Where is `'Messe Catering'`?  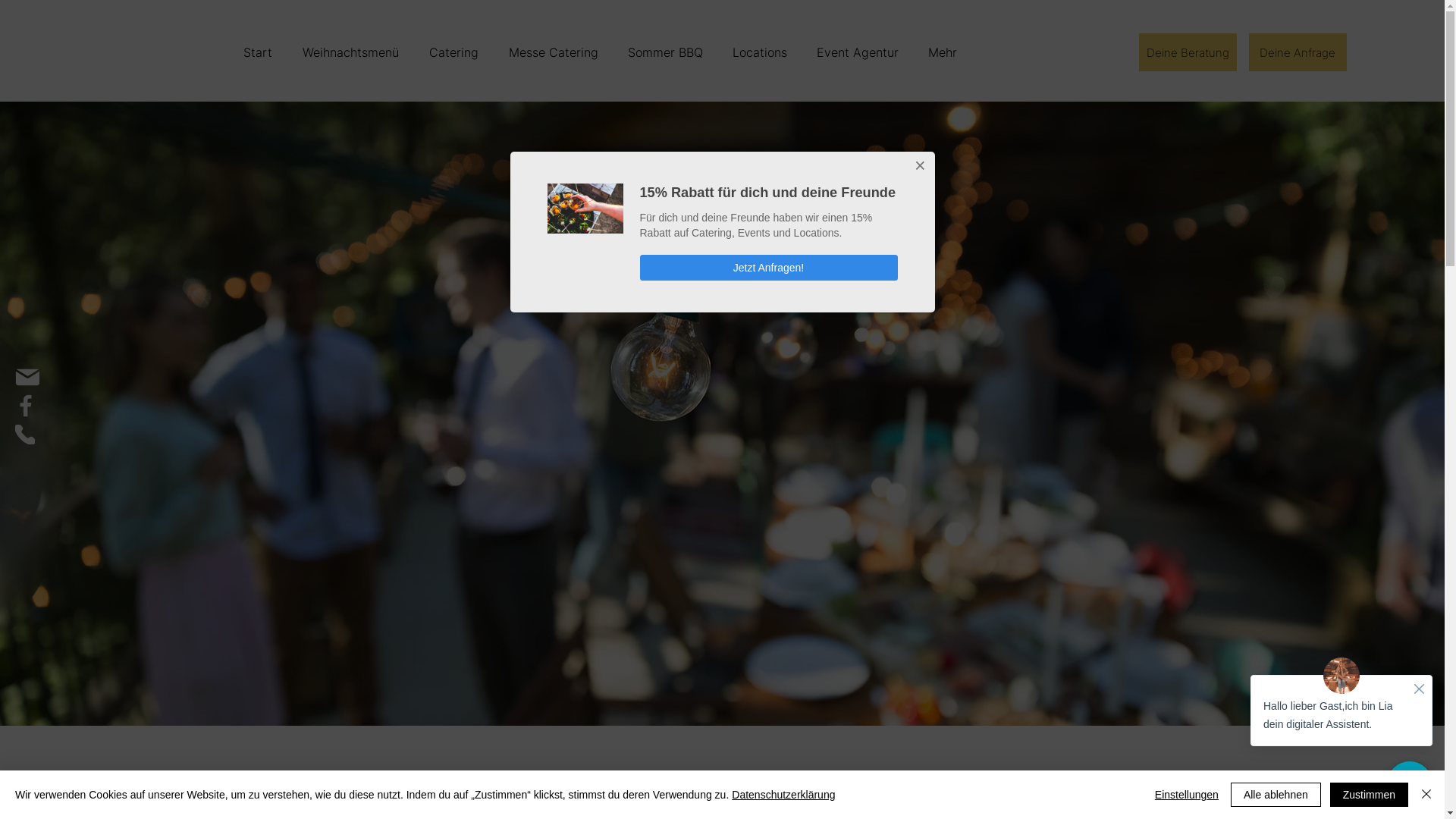
'Messe Catering' is located at coordinates (551, 52).